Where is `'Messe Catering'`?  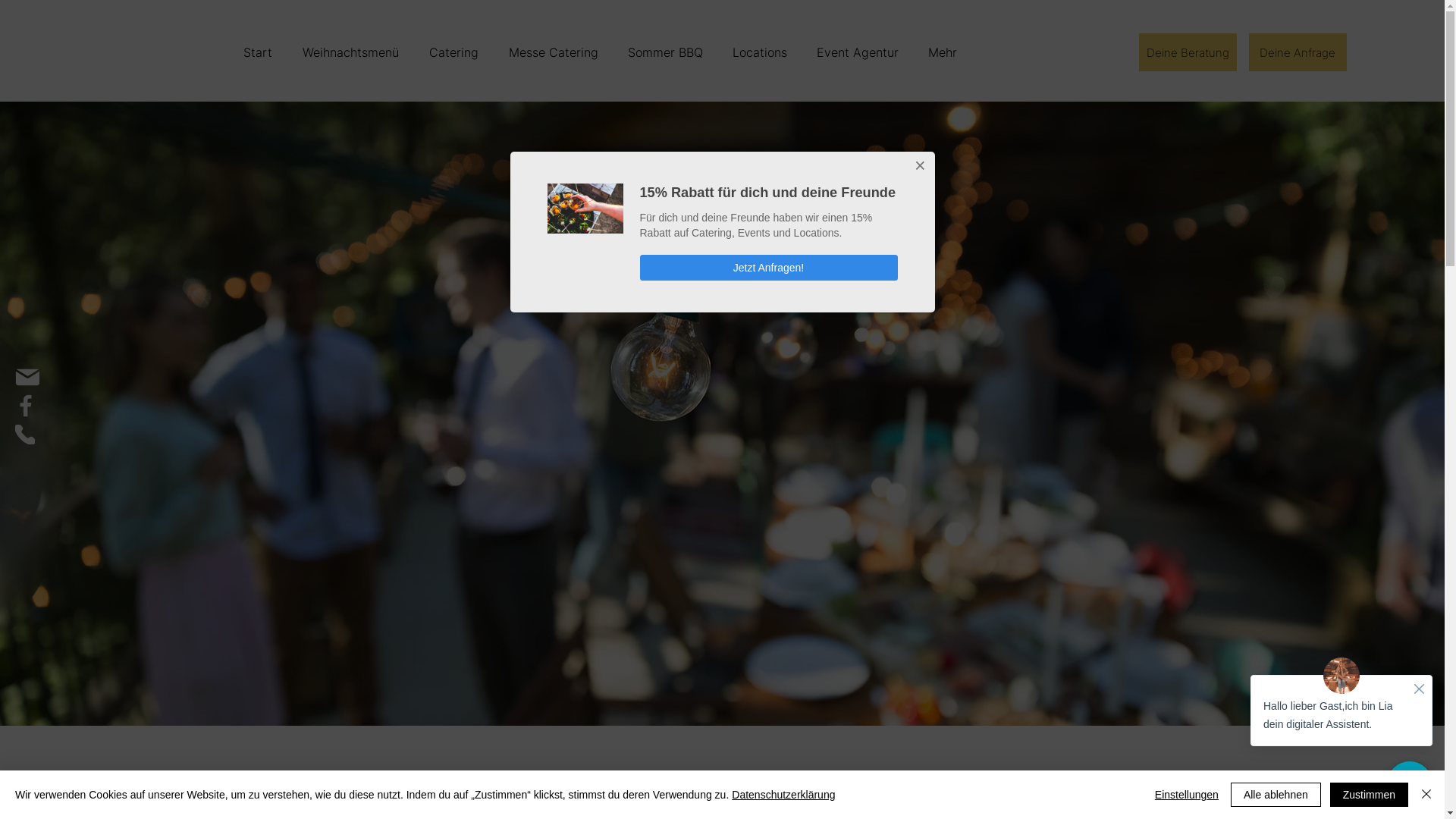
'Messe Catering' is located at coordinates (551, 52).